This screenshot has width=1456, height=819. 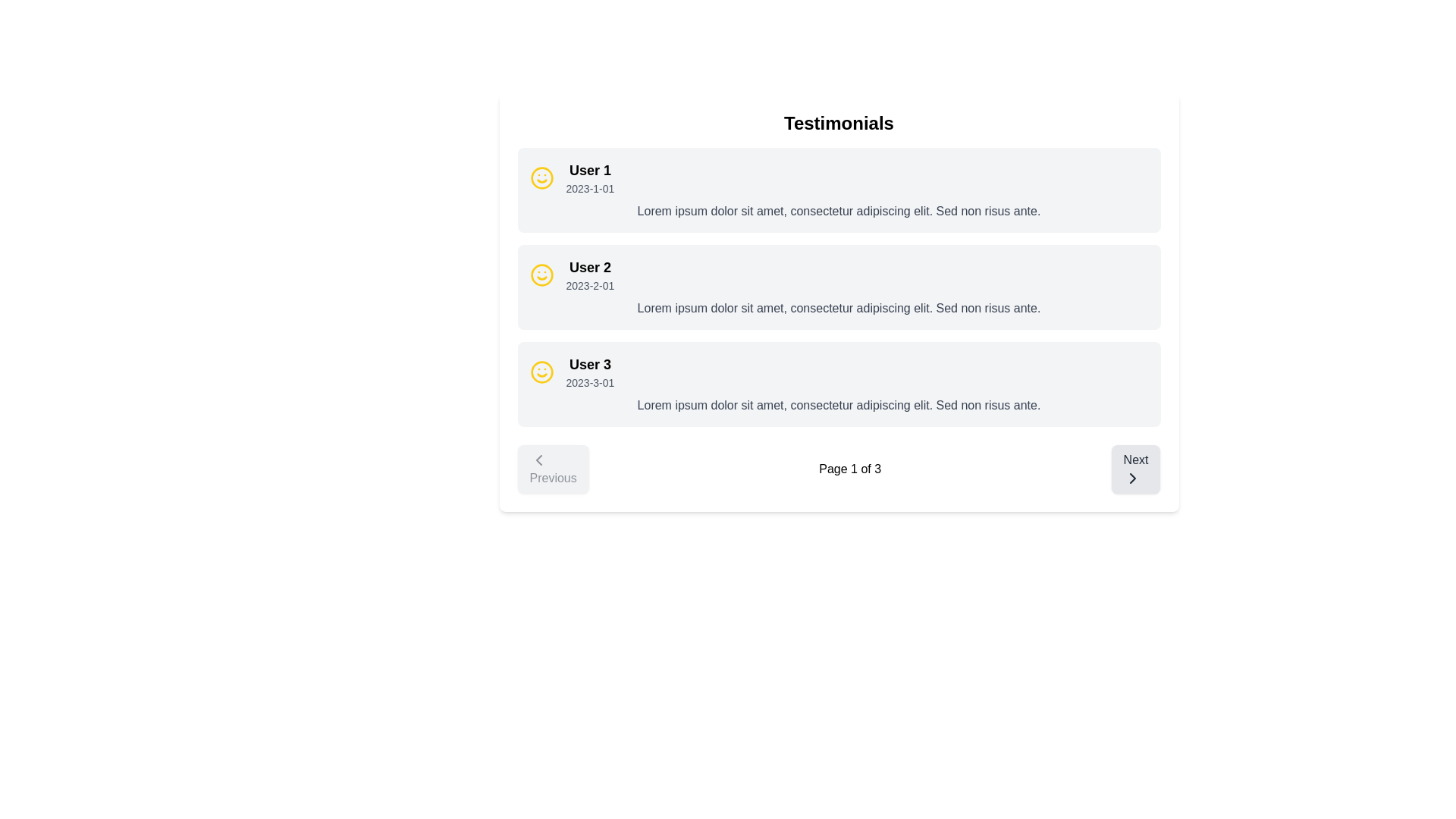 I want to click on the chevron-left icon located inside the 'Previous' button, which is positioned below a list of testimonials, so click(x=538, y=459).